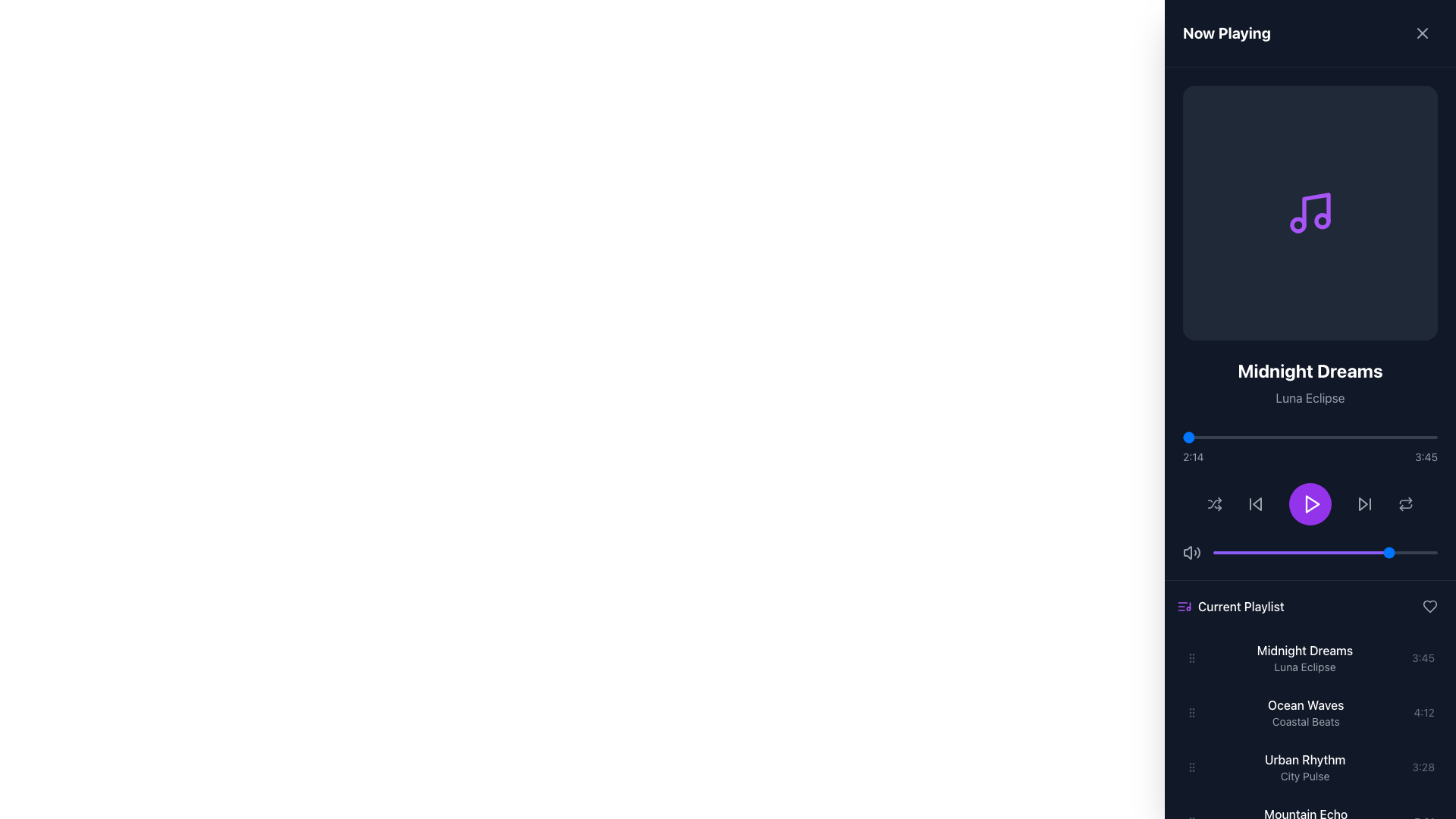  I want to click on the slider value, so click(1338, 553).